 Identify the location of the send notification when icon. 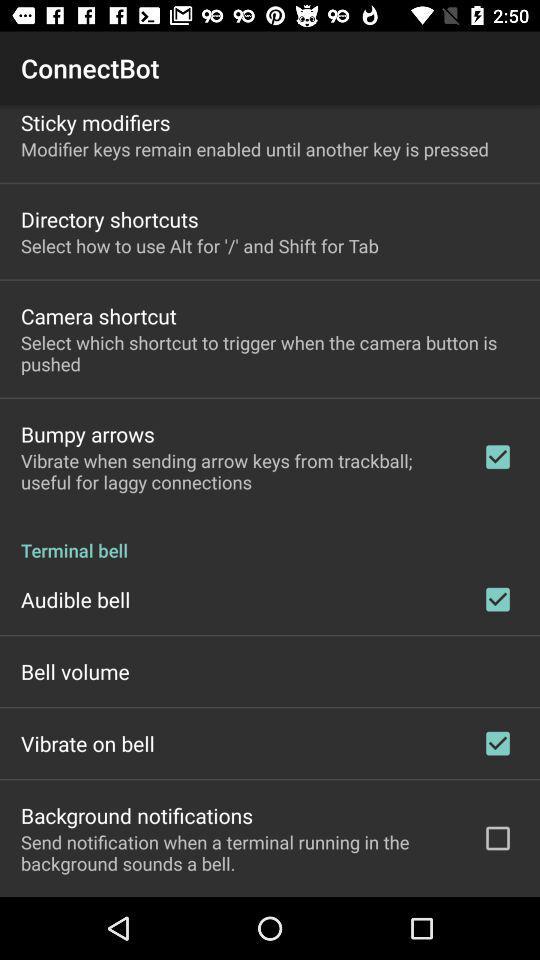
(238, 851).